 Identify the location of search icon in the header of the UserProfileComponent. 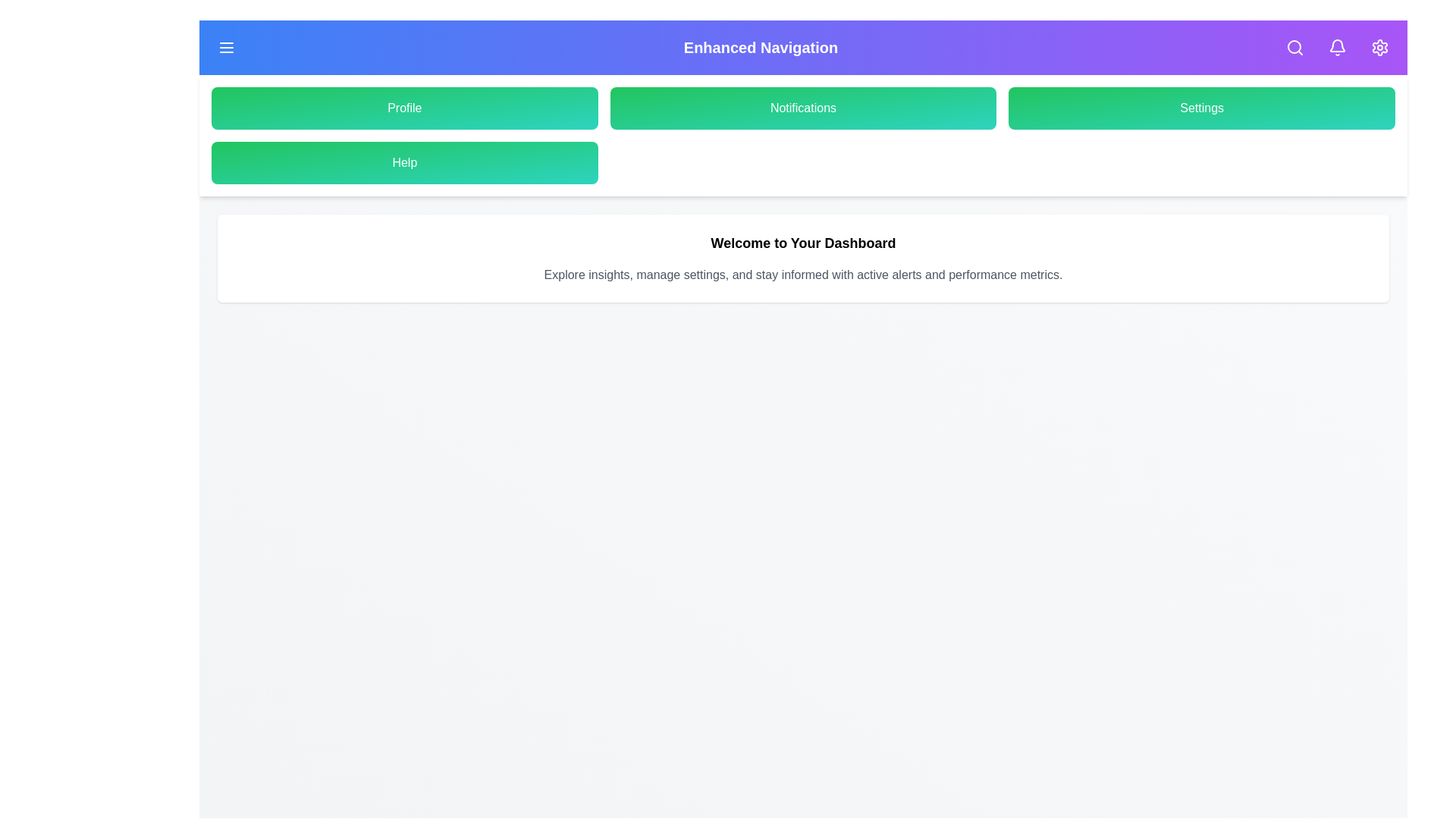
(1294, 46).